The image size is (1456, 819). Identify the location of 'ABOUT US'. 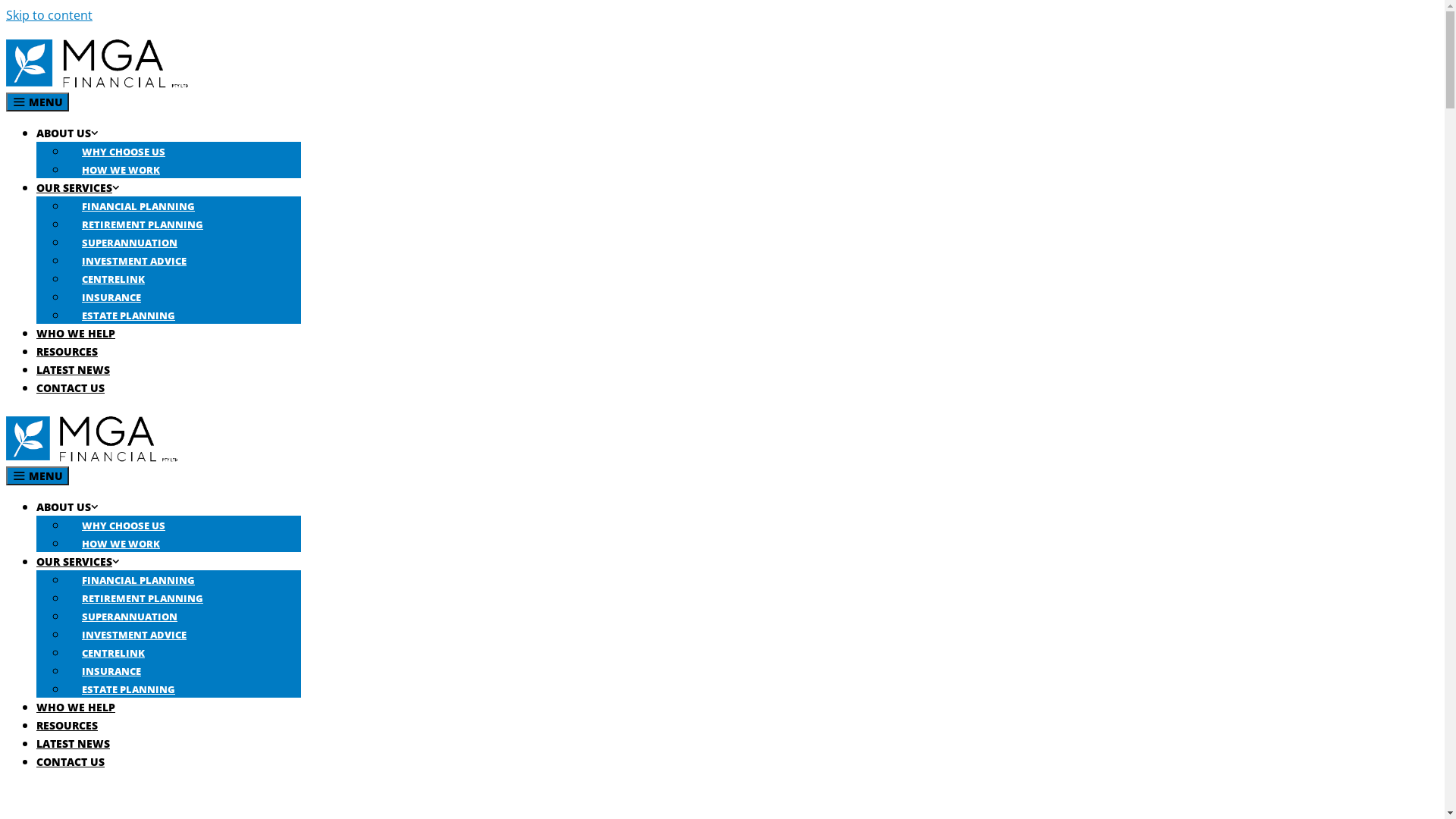
(67, 507).